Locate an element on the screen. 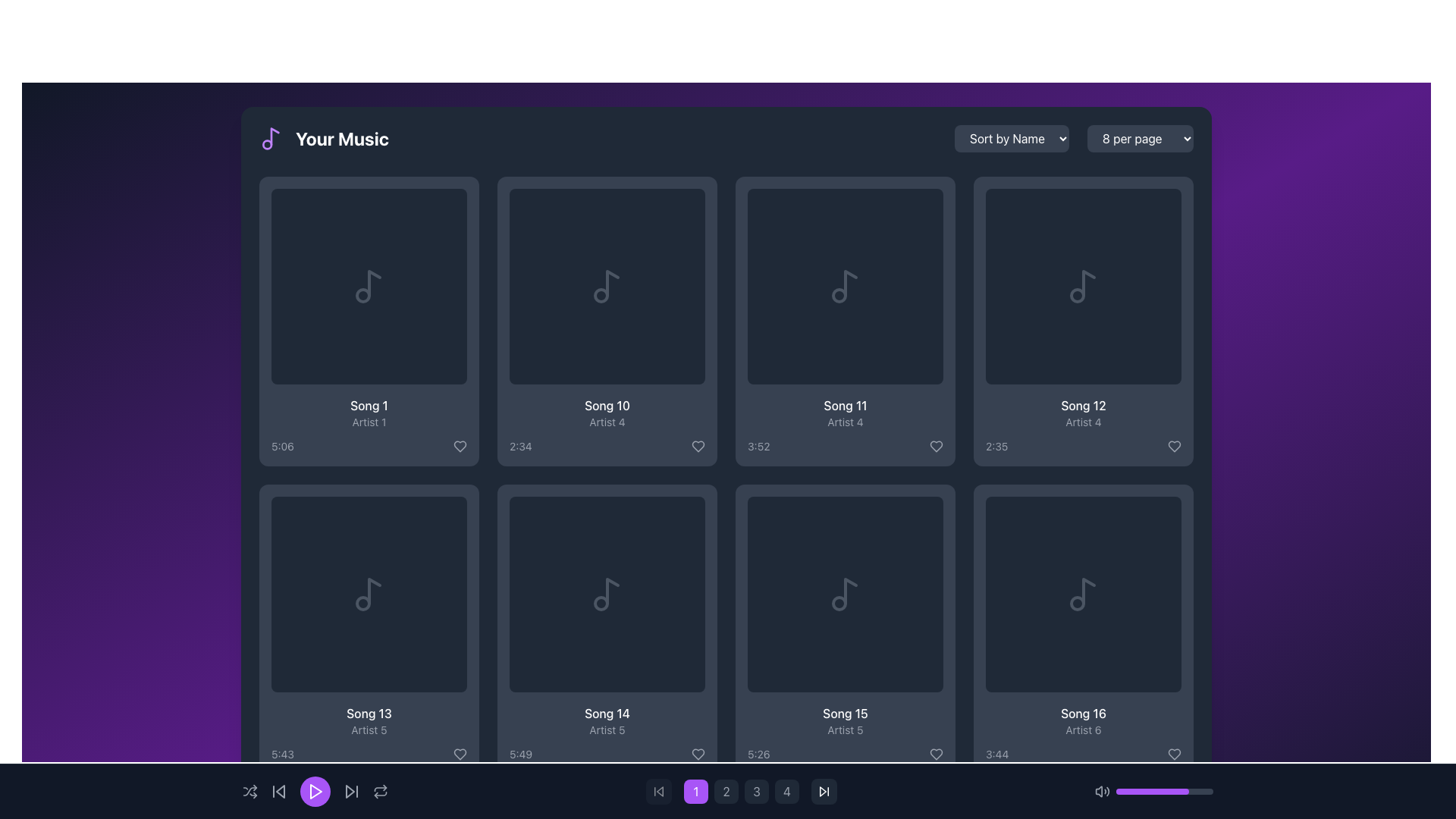  the heart-shaped icon button in the bottom-right corner of the 'Song 15' card is located at coordinates (935, 755).